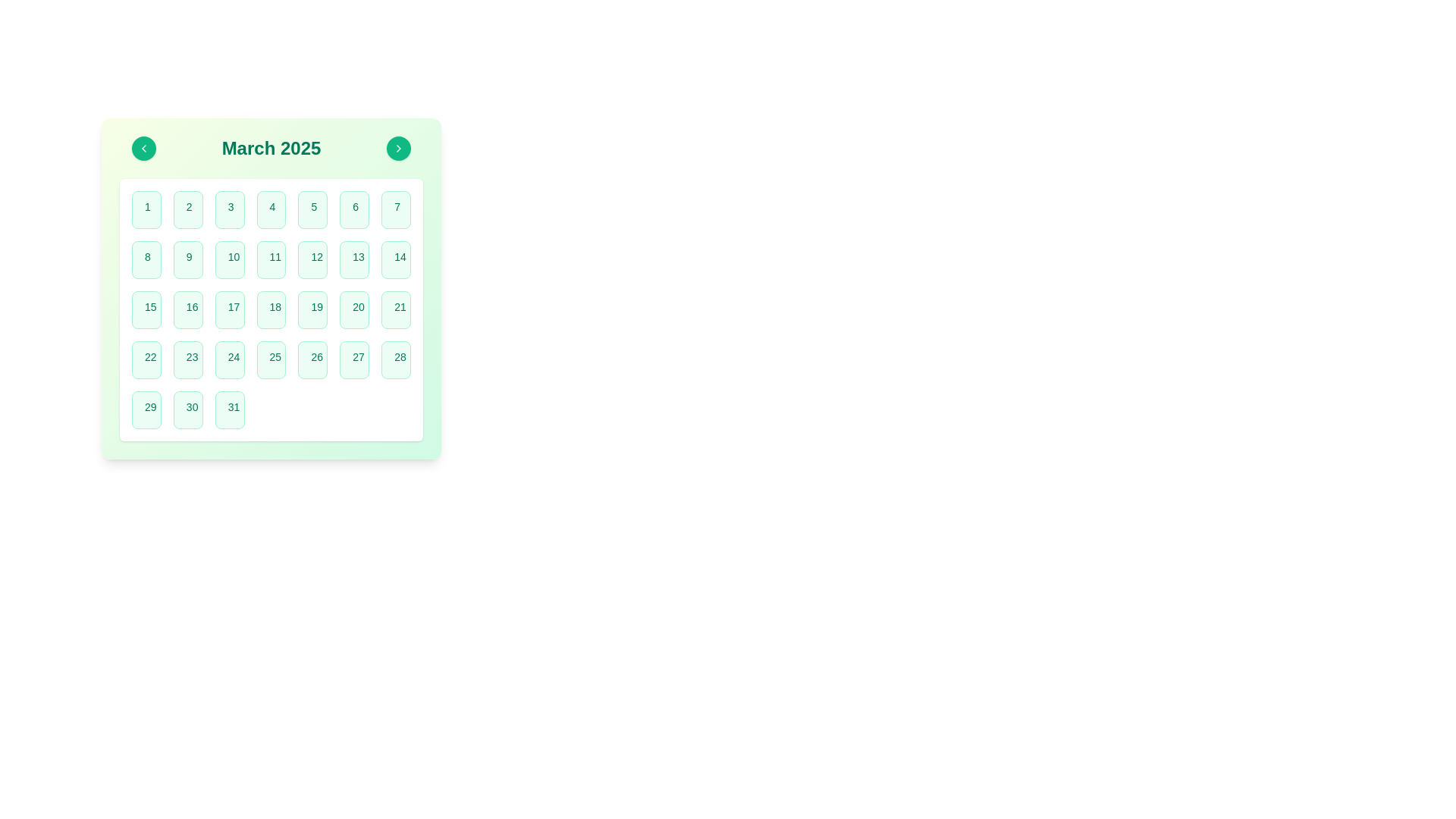 The image size is (1456, 819). I want to click on the text component displaying the number '28' in bold green font within the calendar UI, so click(400, 356).